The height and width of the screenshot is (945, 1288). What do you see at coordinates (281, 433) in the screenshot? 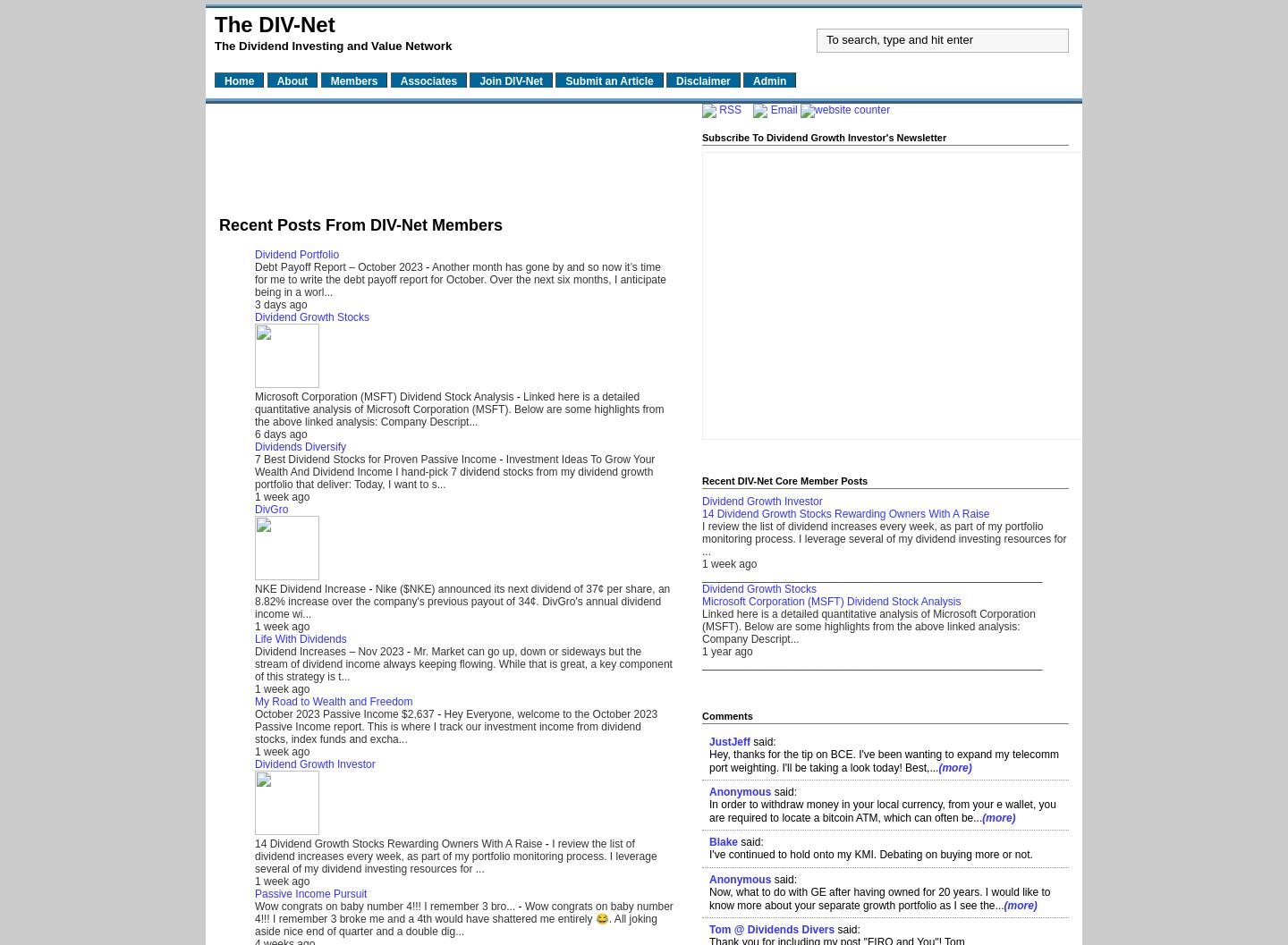
I see `'6 days ago'` at bounding box center [281, 433].